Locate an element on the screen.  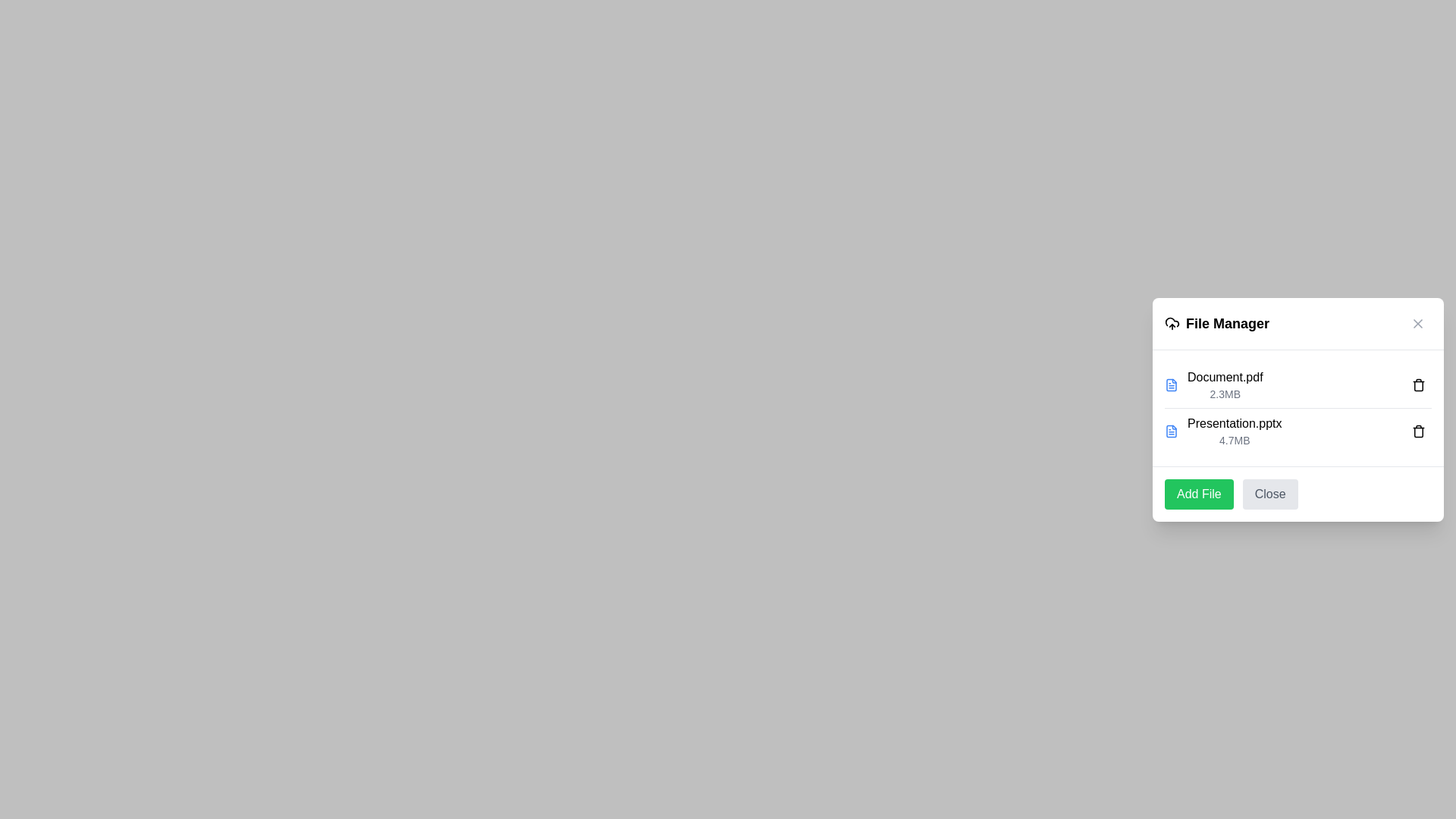
the Trashcan icon located to the right of the file row labeled 'Presentation.pptx' is located at coordinates (1418, 430).